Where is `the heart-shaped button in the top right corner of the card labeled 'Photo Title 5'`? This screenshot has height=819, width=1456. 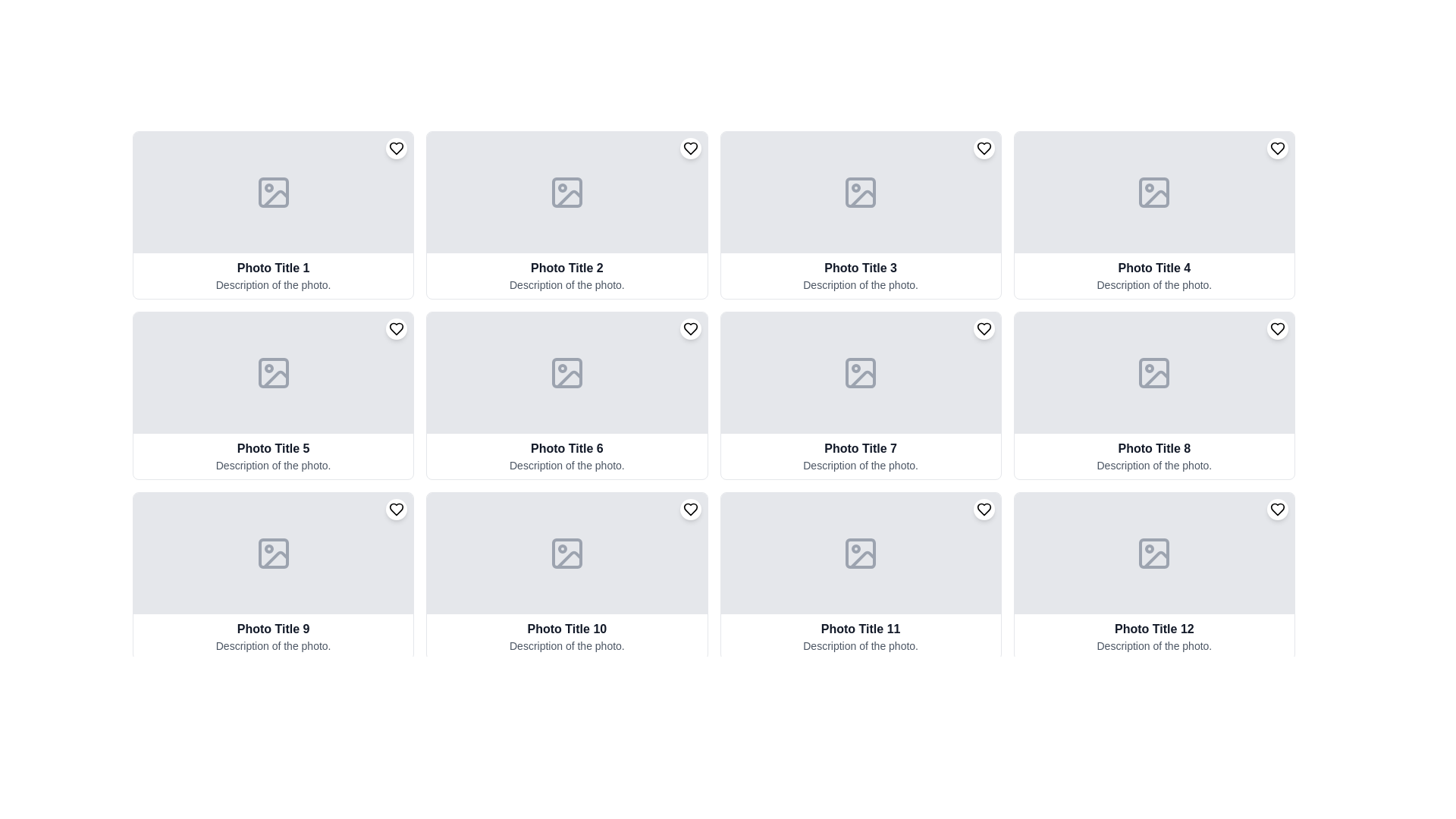
the heart-shaped button in the top right corner of the card labeled 'Photo Title 5' is located at coordinates (397, 328).